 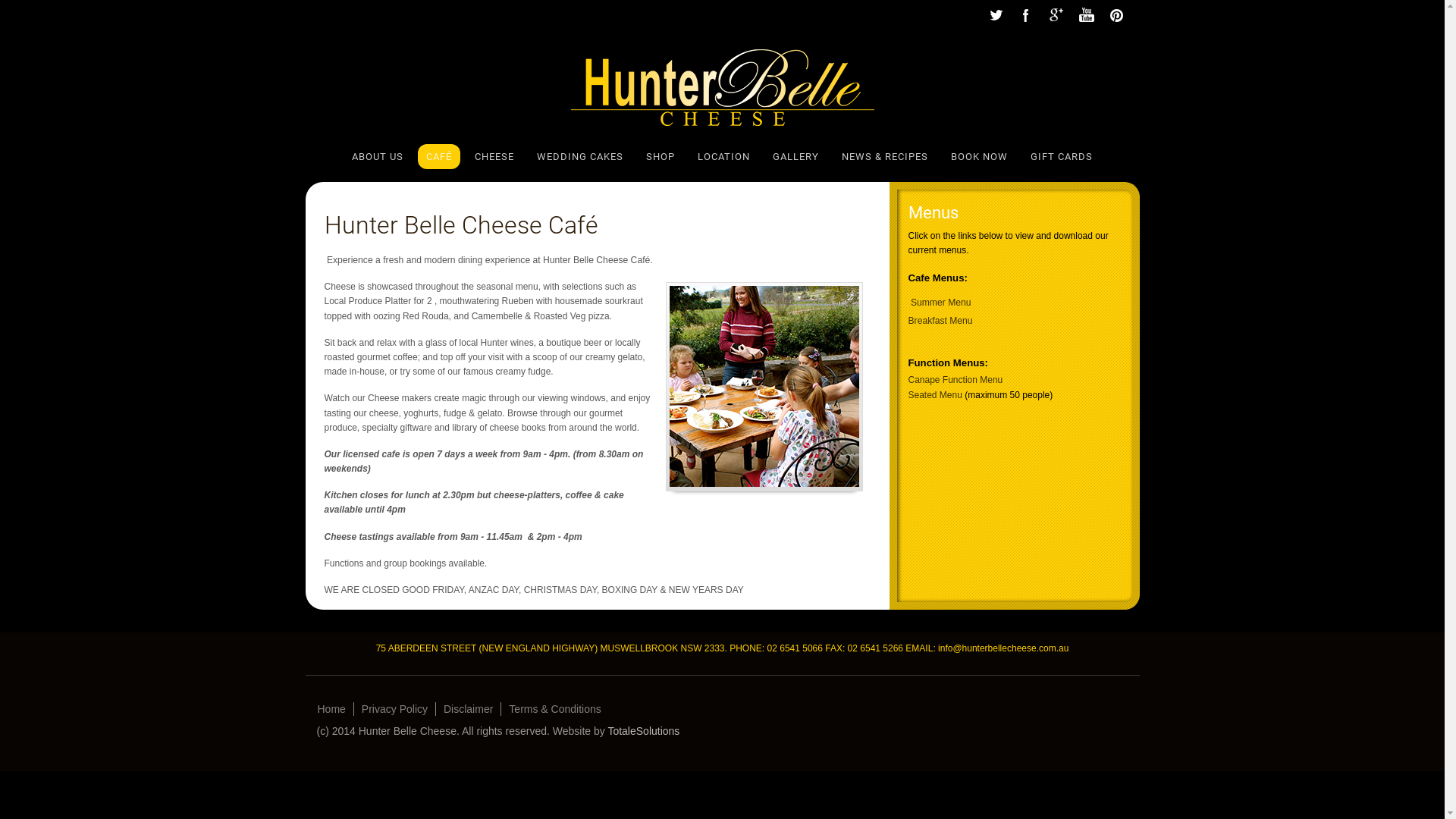 I want to click on 'Google+', so click(x=1055, y=15).